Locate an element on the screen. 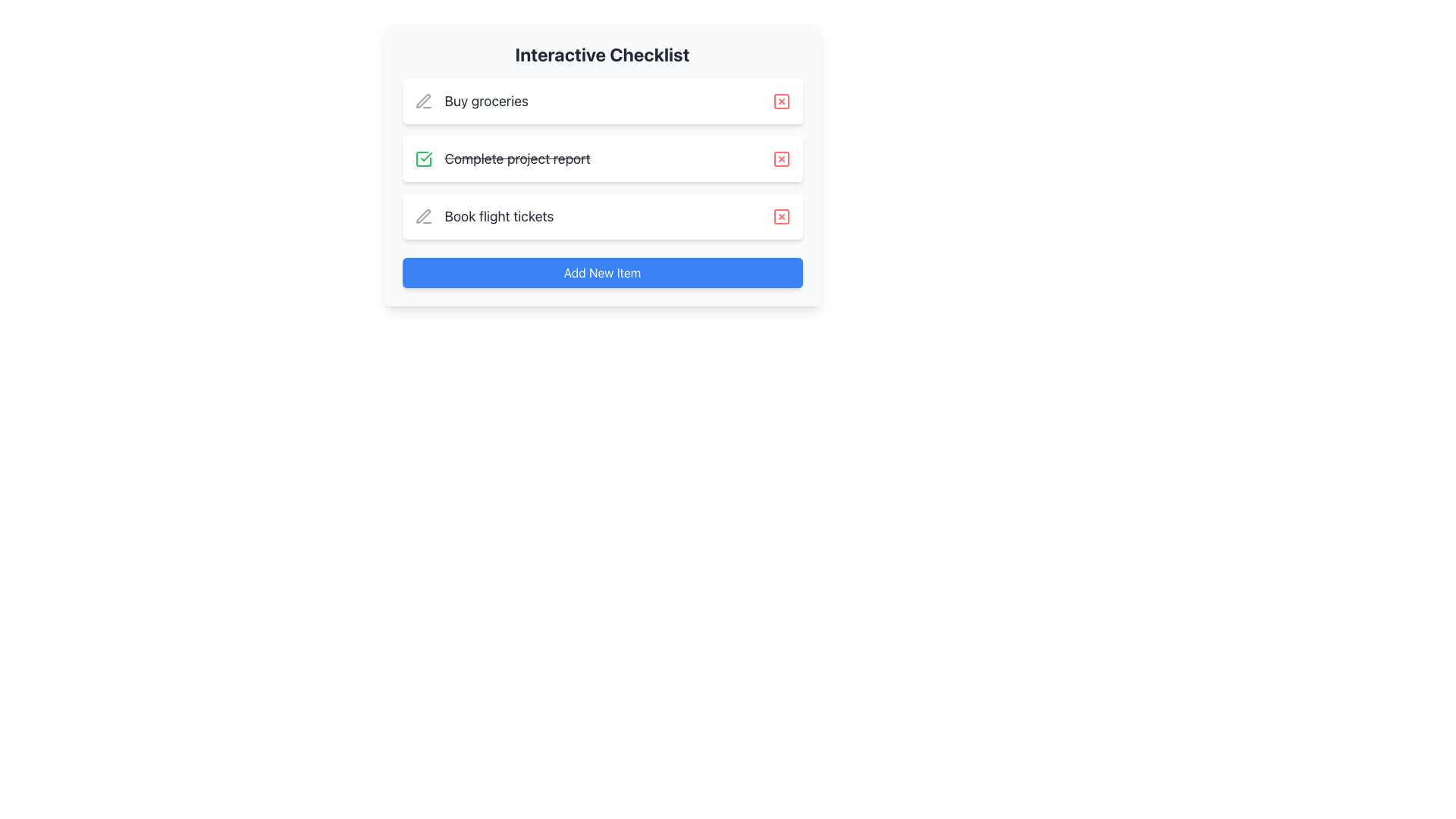 The width and height of the screenshot is (1456, 819). the 'Complete project report' text label, which is styled with a line-through effect and is located in the checklist interface between a green check icon and a red delete button is located at coordinates (517, 158).